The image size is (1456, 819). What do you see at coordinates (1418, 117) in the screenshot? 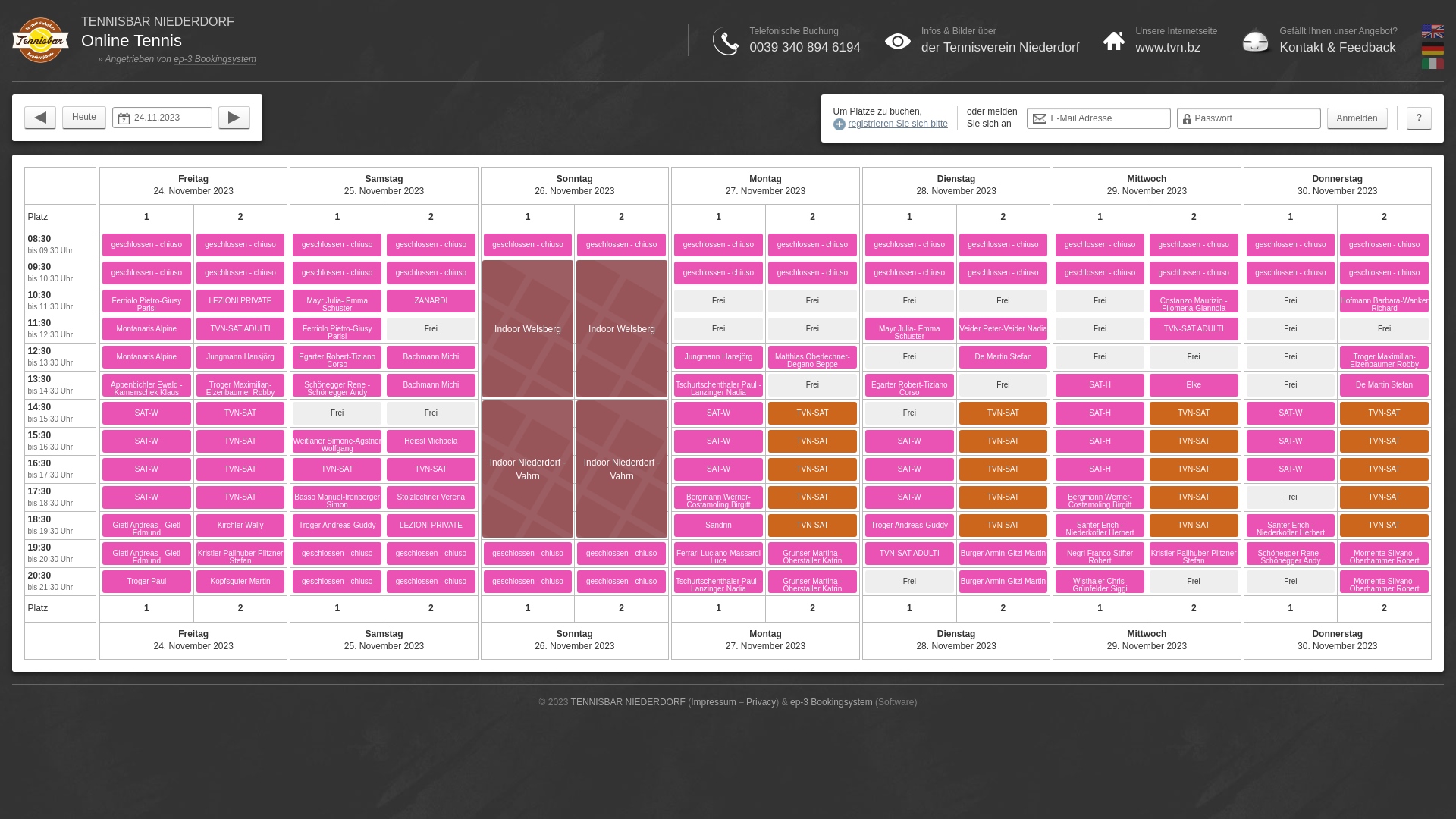
I see `'?'` at bounding box center [1418, 117].